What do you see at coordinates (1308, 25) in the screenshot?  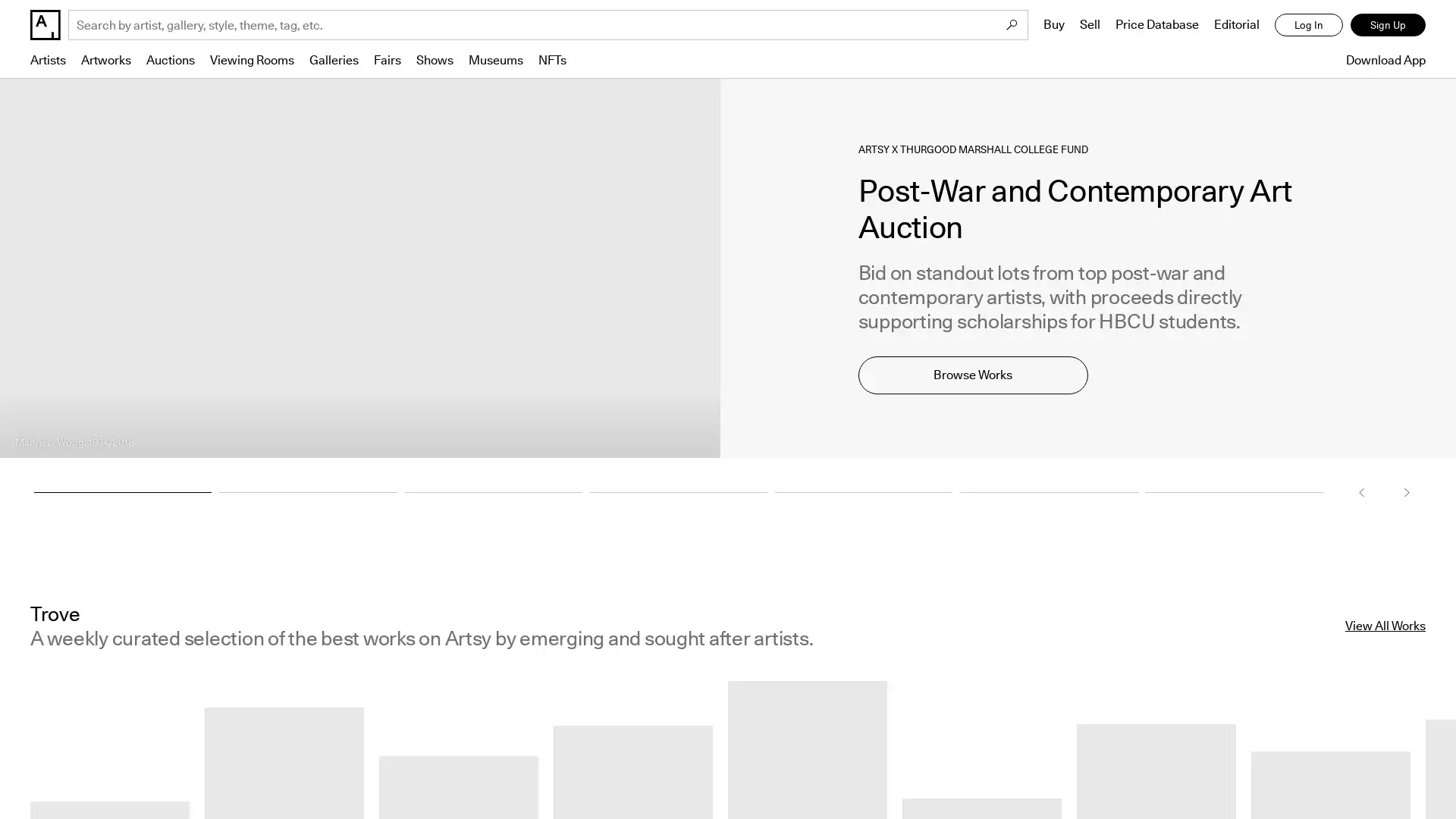 I see `Log In` at bounding box center [1308, 25].